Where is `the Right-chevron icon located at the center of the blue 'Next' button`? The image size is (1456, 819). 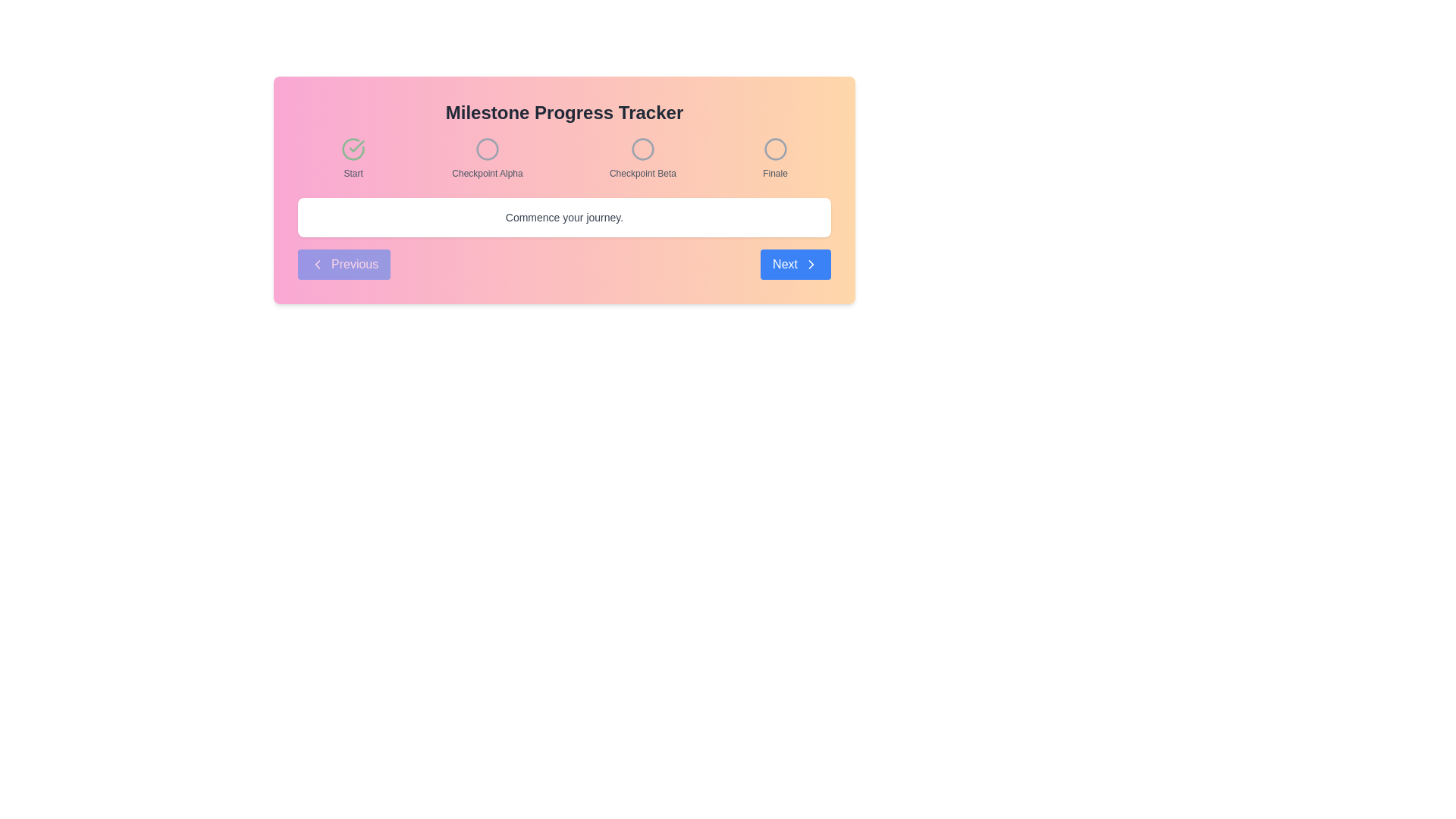
the Right-chevron icon located at the center of the blue 'Next' button is located at coordinates (811, 263).